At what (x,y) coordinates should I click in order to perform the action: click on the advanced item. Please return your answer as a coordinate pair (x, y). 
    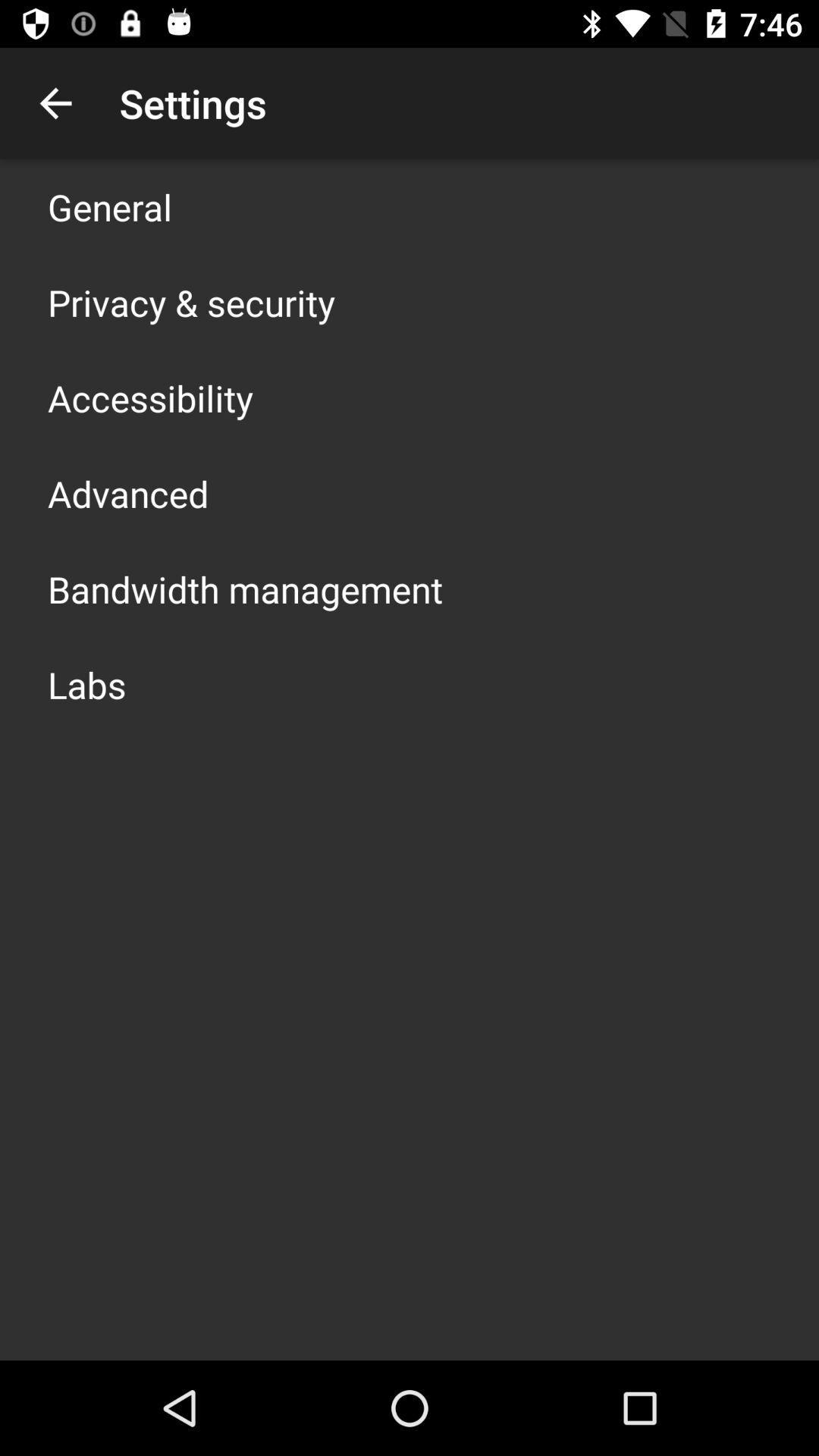
    Looking at the image, I should click on (127, 494).